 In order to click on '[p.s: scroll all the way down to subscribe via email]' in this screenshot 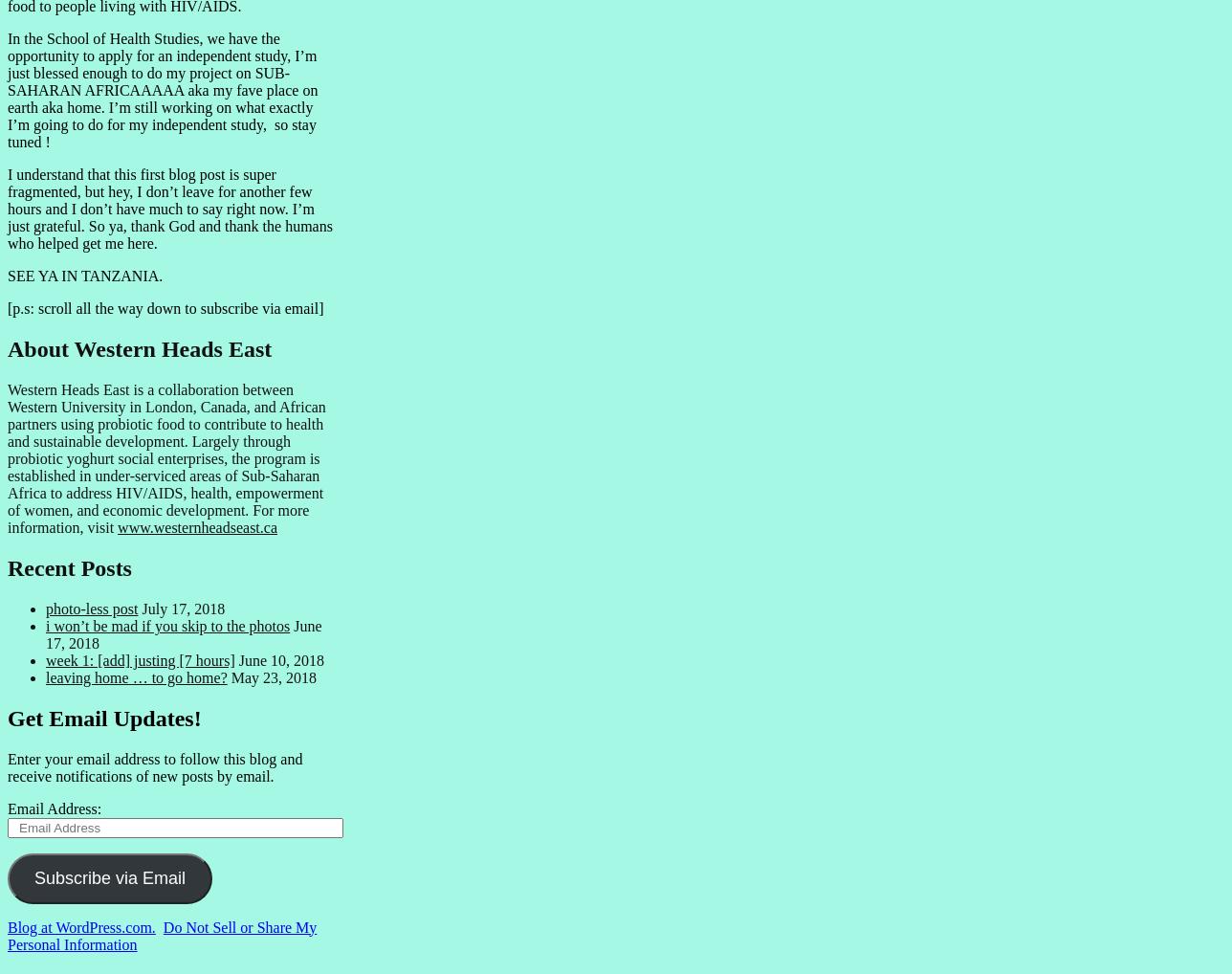, I will do `click(165, 307)`.